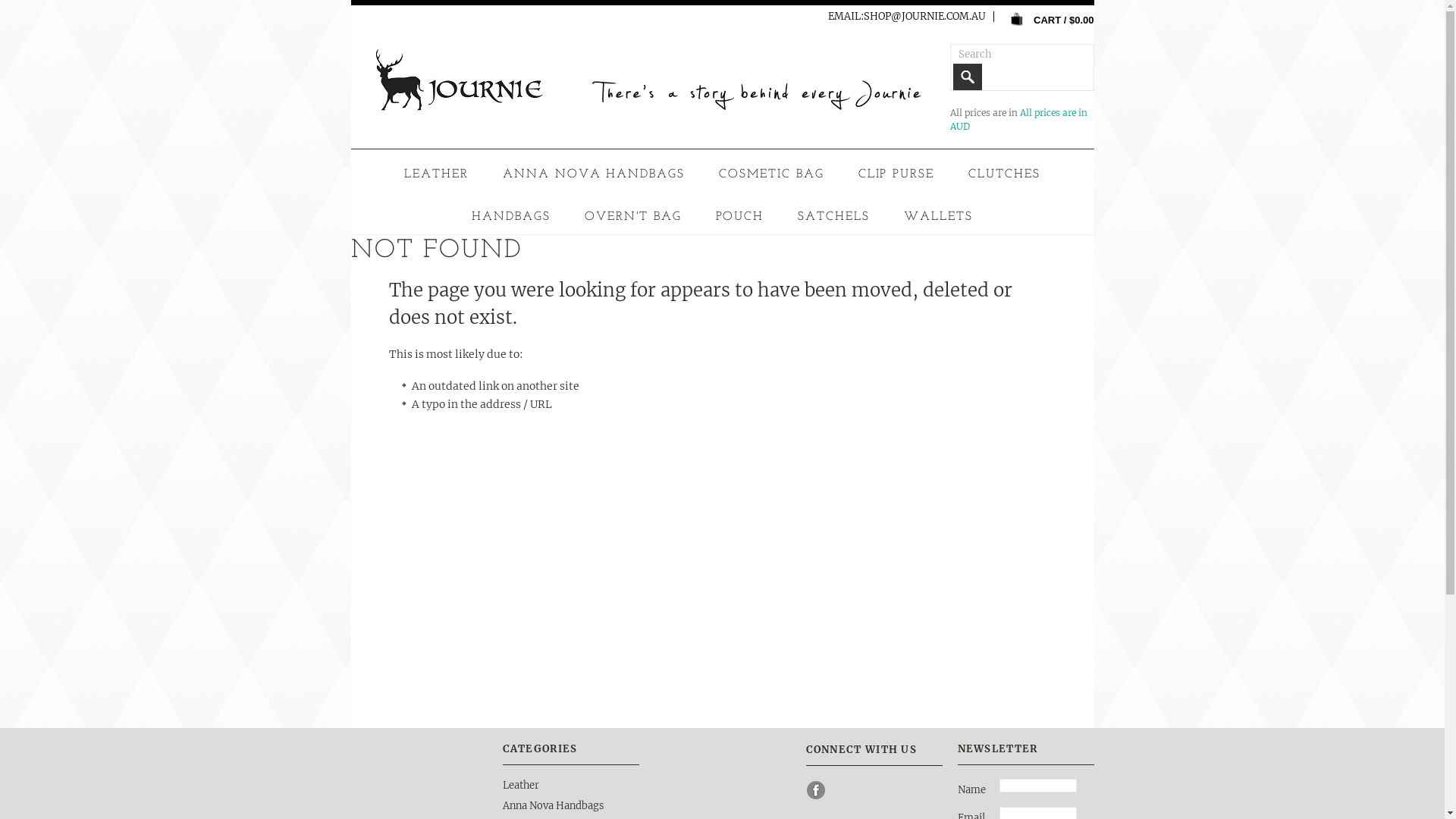 Image resolution: width=1456 pixels, height=819 pixels. Describe the element at coordinates (1046, 18) in the screenshot. I see `' CART / $0.00'` at that location.